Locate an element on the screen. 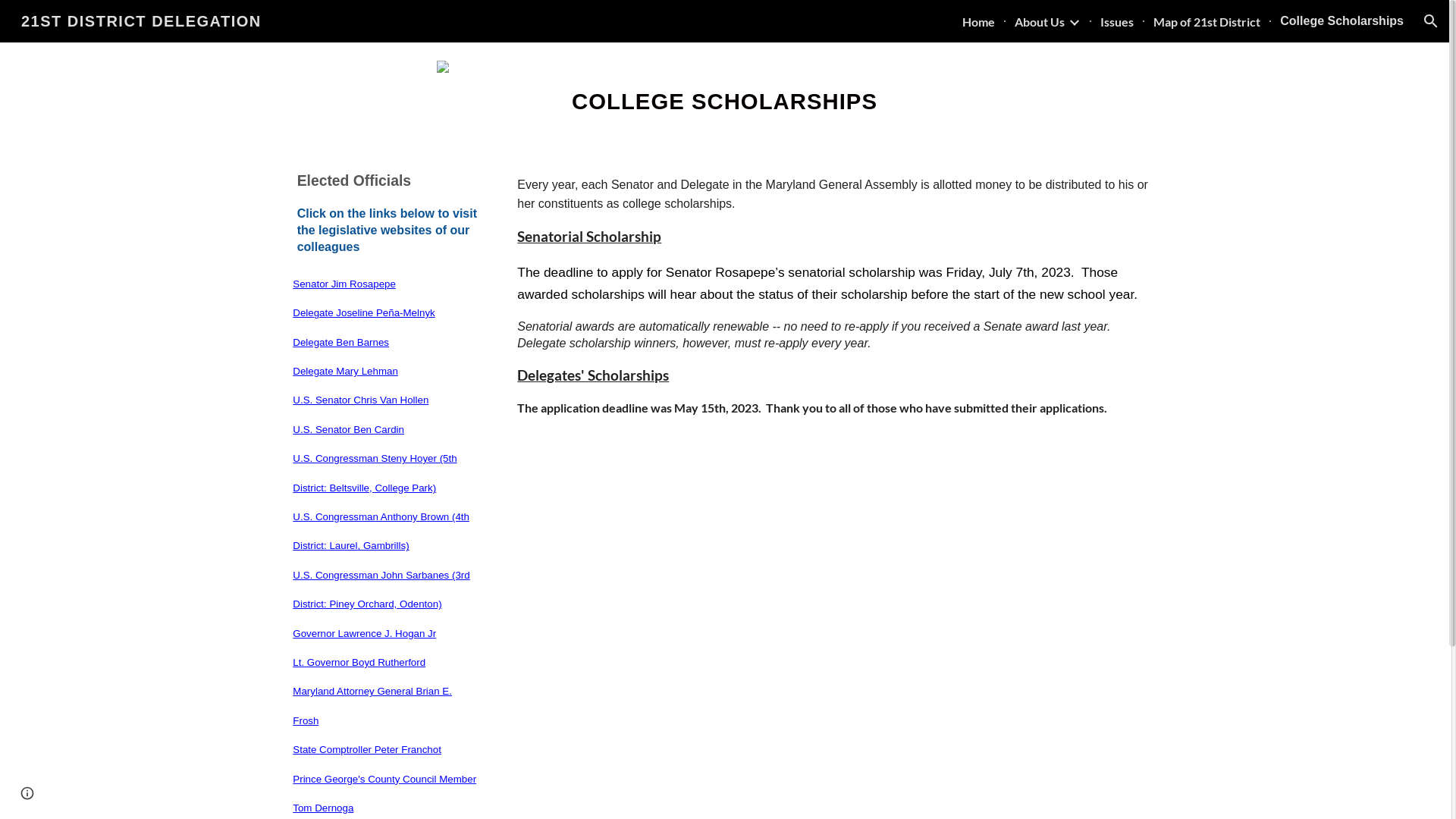 The image size is (1456, 819). 'College Scholarships' is located at coordinates (1341, 20).